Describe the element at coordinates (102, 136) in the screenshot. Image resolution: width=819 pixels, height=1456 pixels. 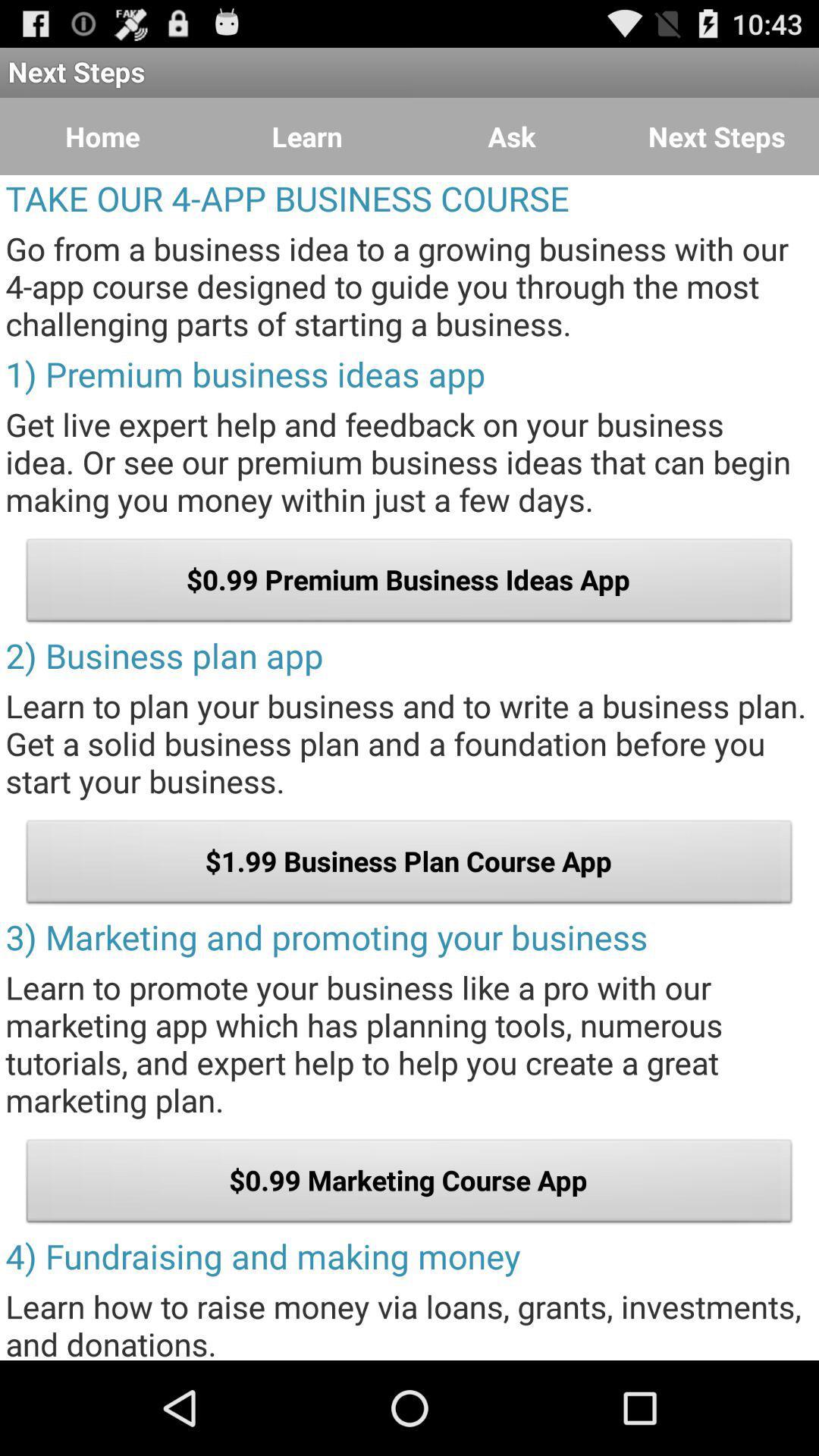
I see `icon above take our 4 app` at that location.